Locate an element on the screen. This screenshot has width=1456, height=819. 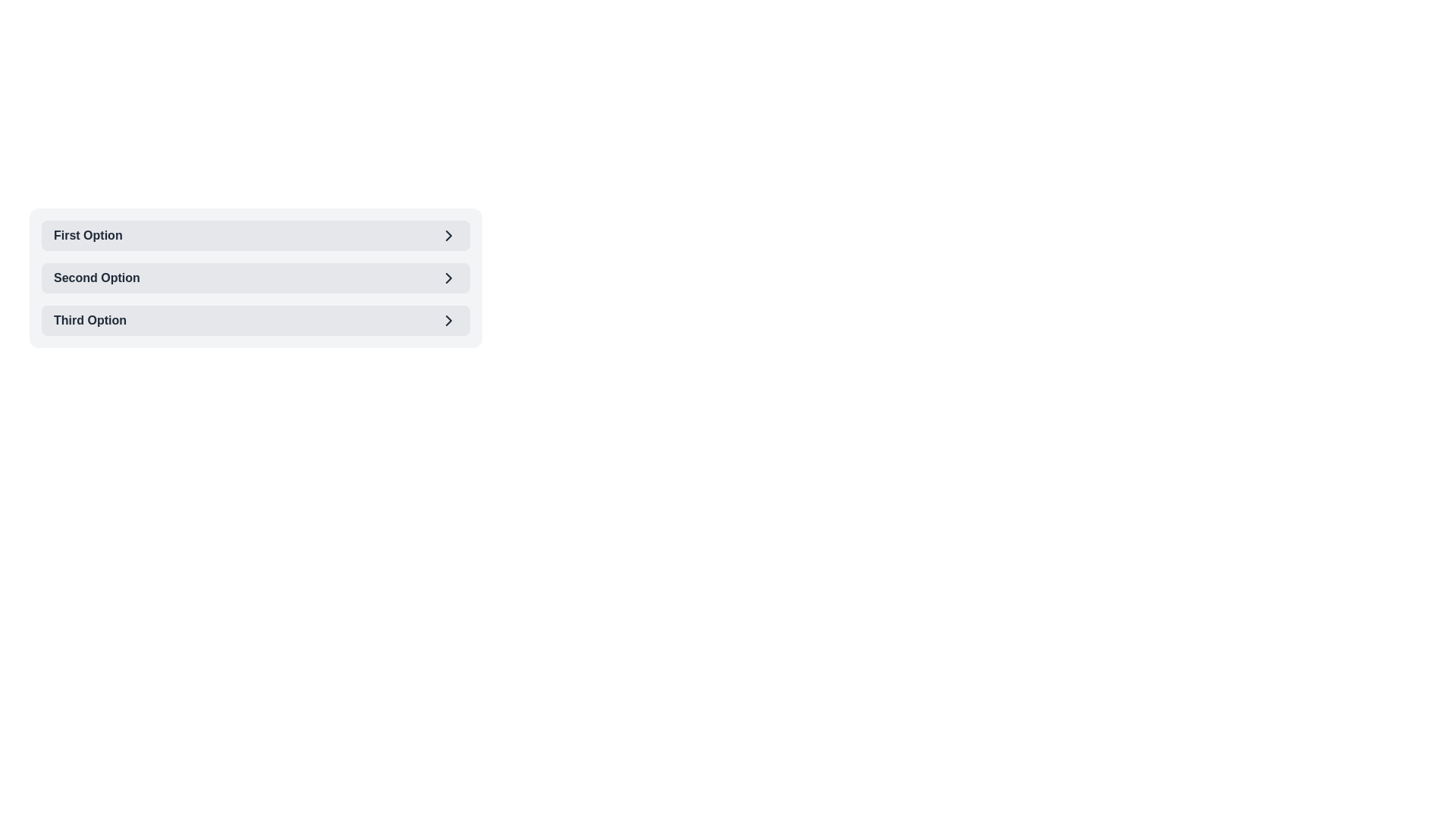
the right-facing chevron icon with a dark stroke in the 'Second Option' block is located at coordinates (447, 278).